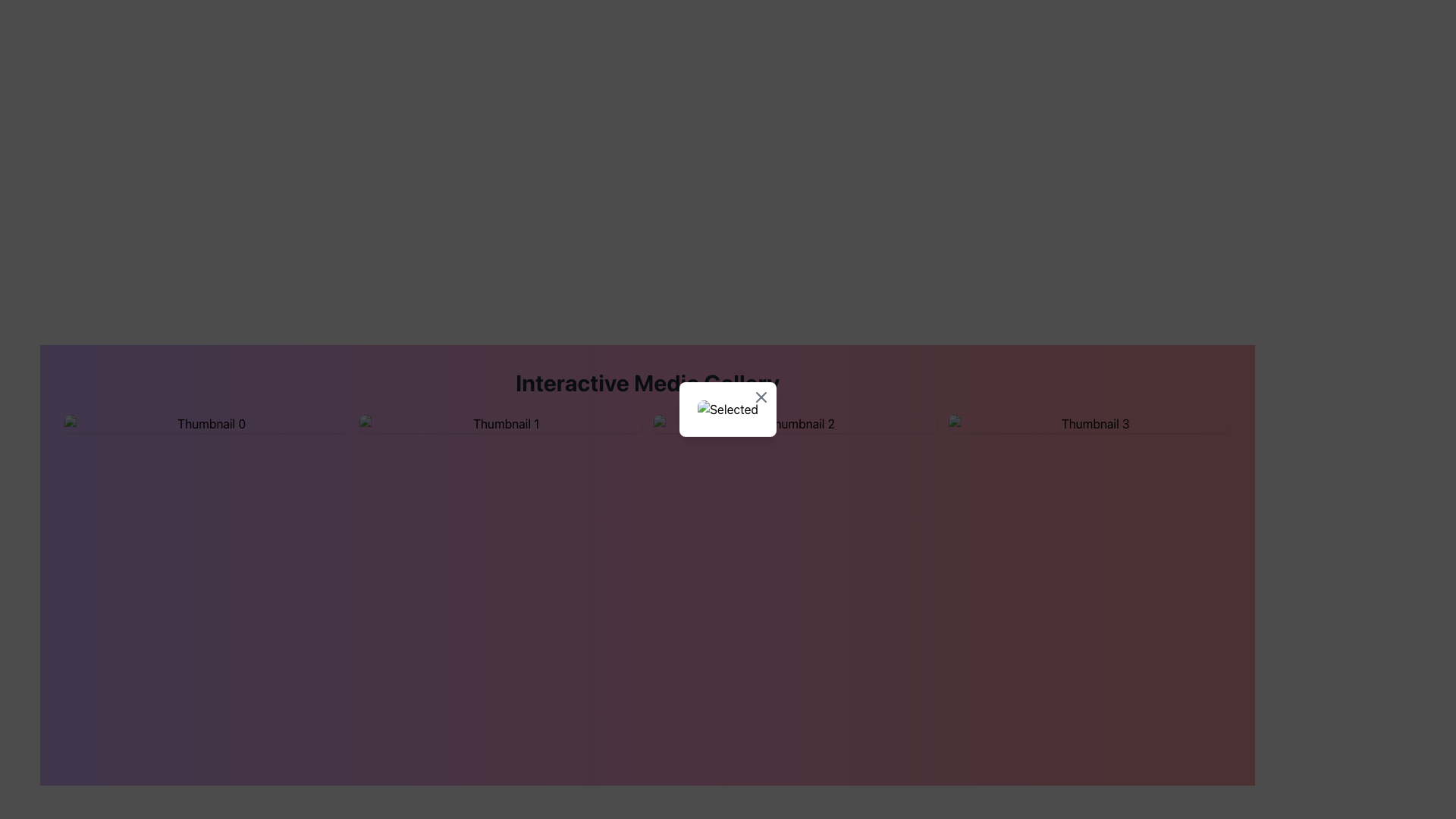 This screenshot has height=819, width=1456. Describe the element at coordinates (728, 409) in the screenshot. I see `the image labeled 'Selected' within the white rounded rectangular Popup modal` at that location.